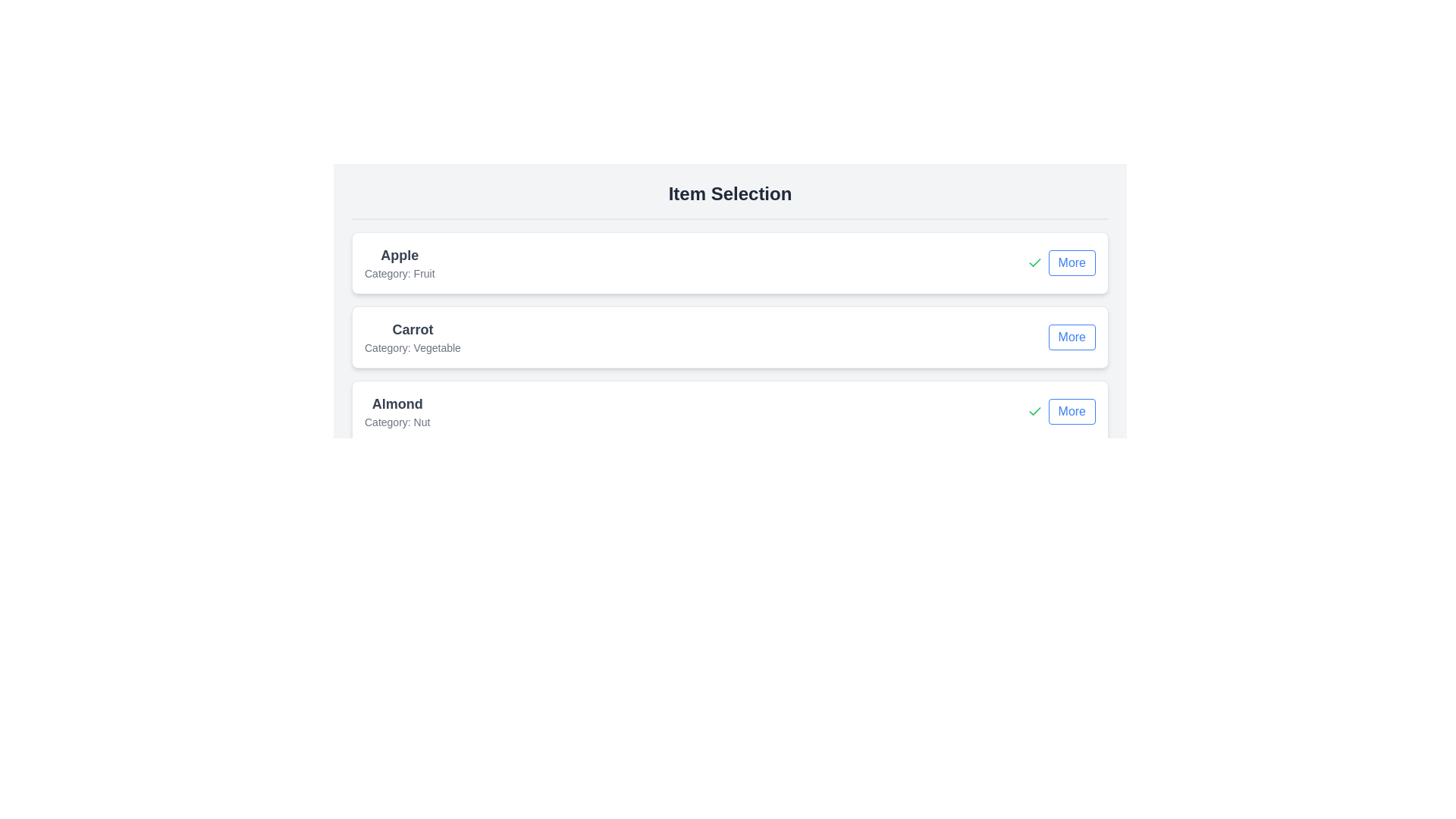  Describe the element at coordinates (400, 274) in the screenshot. I see `the text label displaying 'Category: Fruit', which is a smaller, gray-colored font located directly below the main heading 'Apple' in the vertically-aligned group` at that location.